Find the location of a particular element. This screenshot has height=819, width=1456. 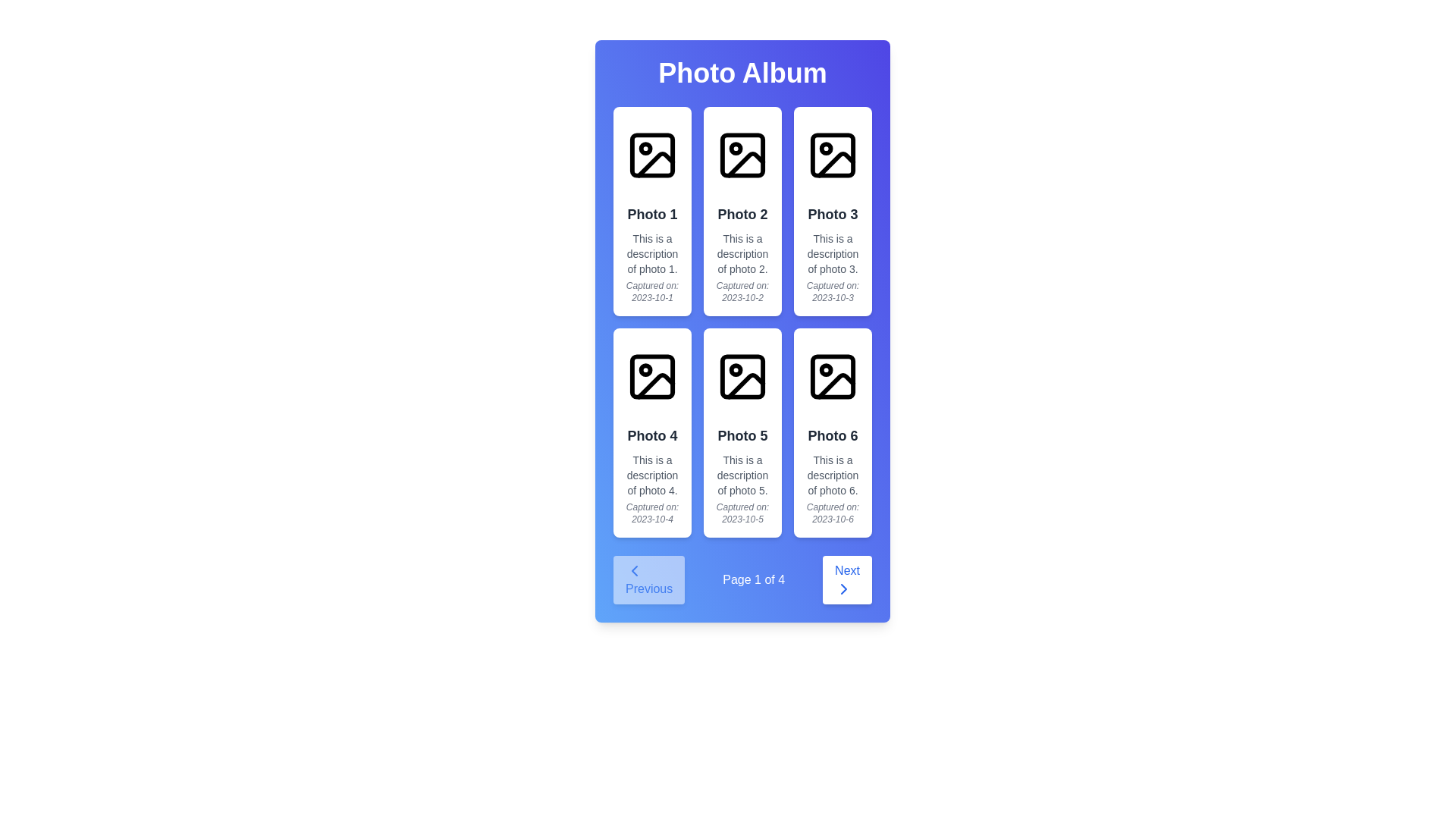

the SVG rectangle element that is the top-left component of the image icon above 'Photo 4' in the grid layout is located at coordinates (652, 376).